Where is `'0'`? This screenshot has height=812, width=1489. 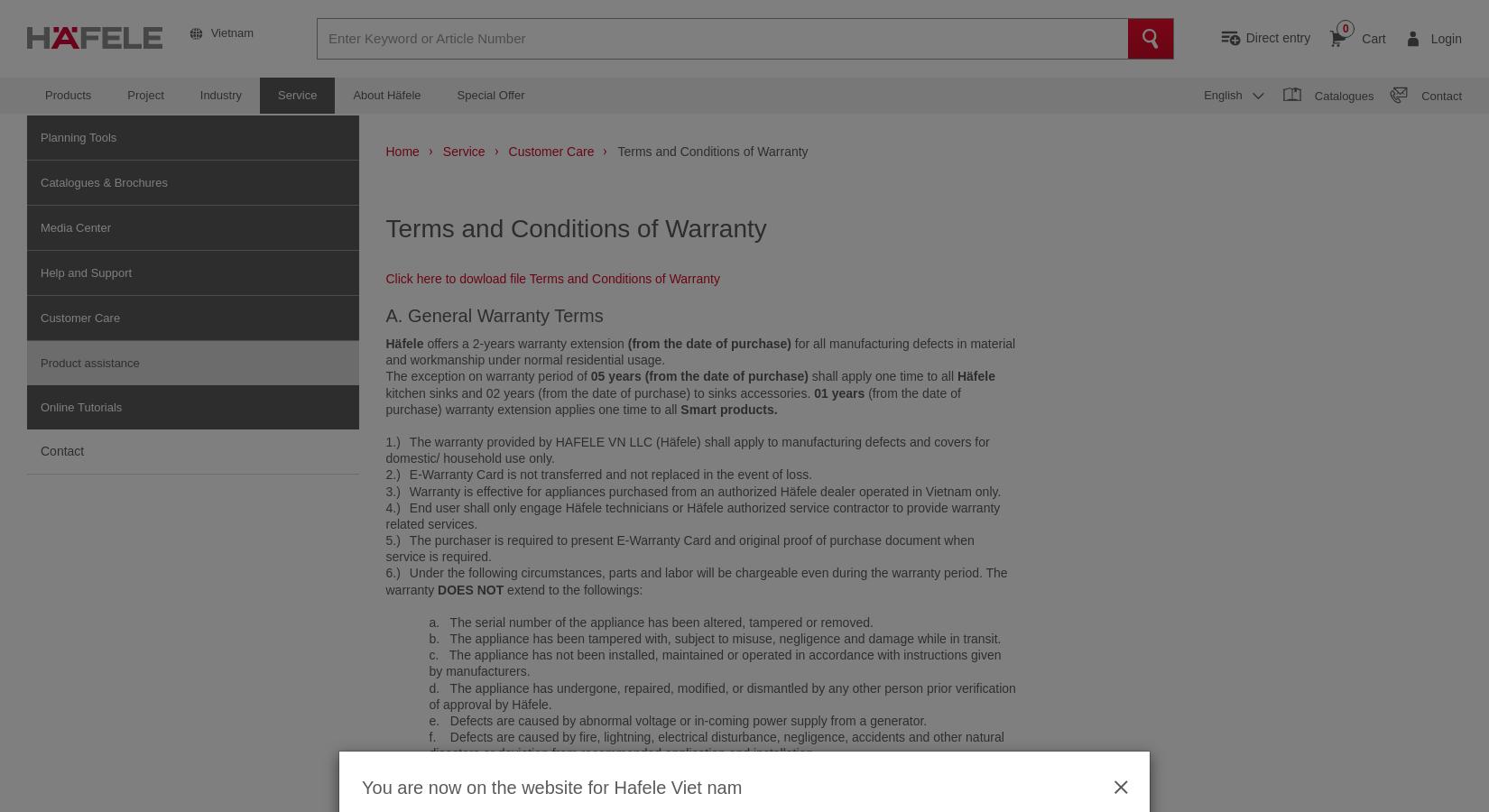
'0' is located at coordinates (1344, 28).